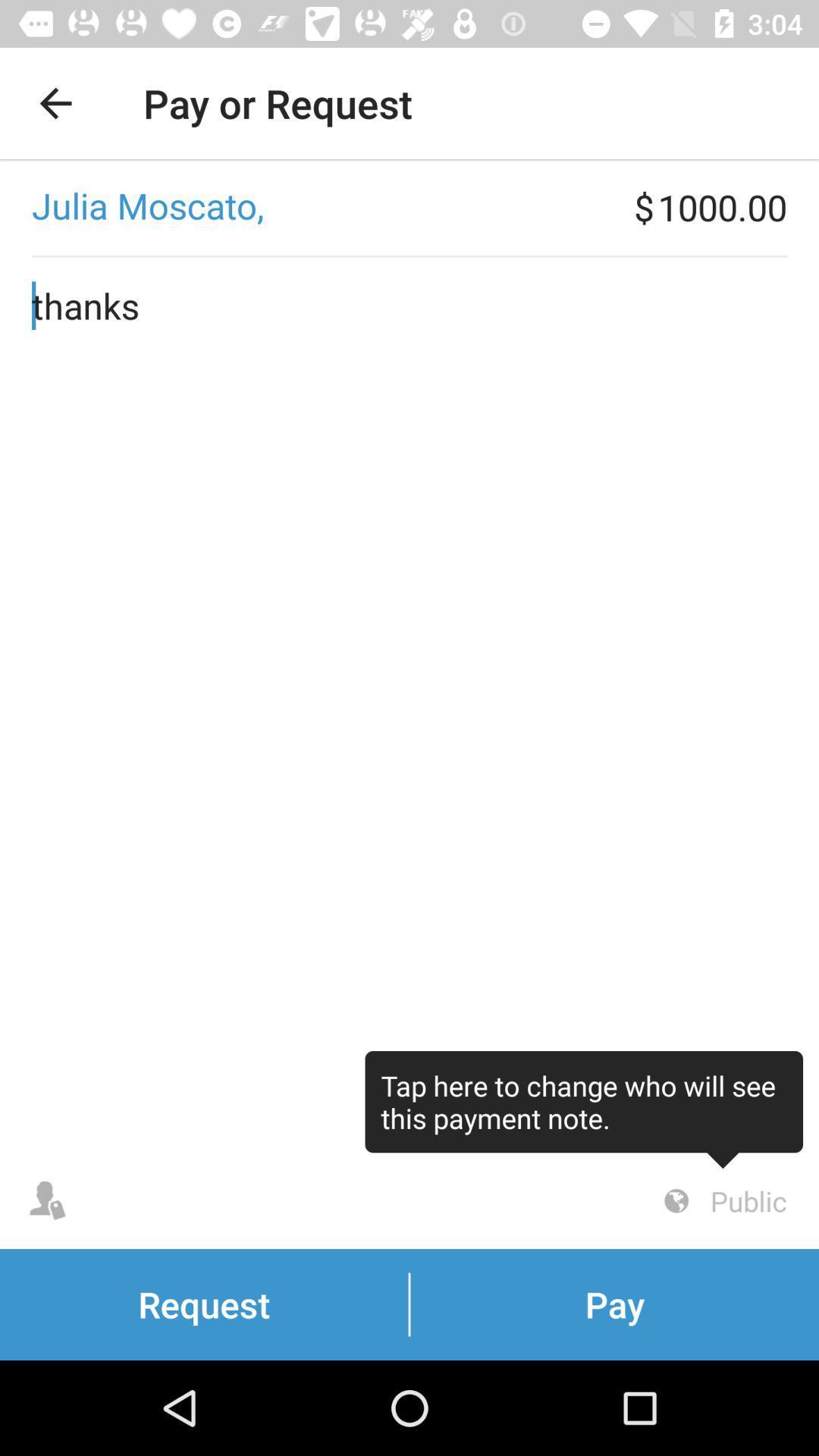 This screenshot has width=819, height=1456. Describe the element at coordinates (409, 704) in the screenshot. I see `icon at the center` at that location.